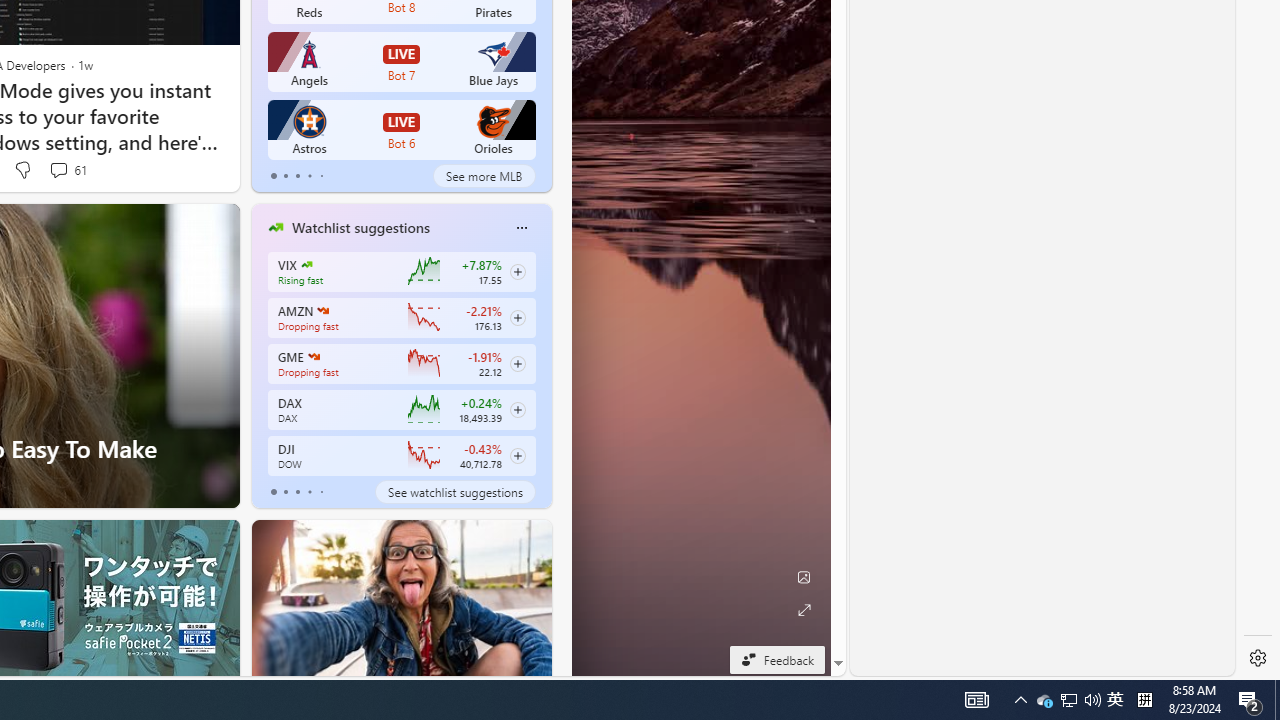 Image resolution: width=1280 pixels, height=720 pixels. I want to click on 'See watchlist suggestions', so click(454, 492).